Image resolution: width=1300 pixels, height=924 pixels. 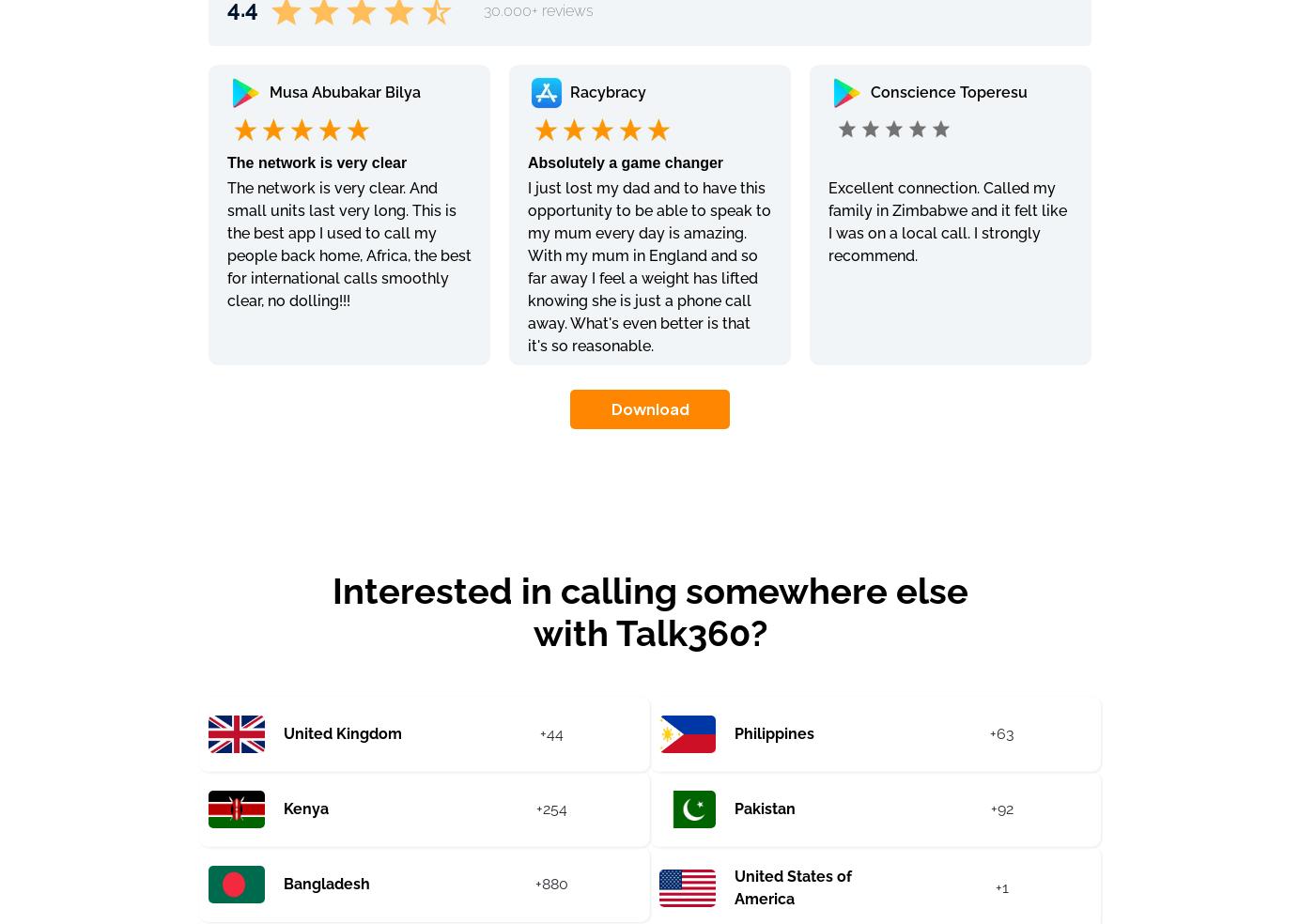 I want to click on 'Musa Abubakar Bilya', so click(x=344, y=91).